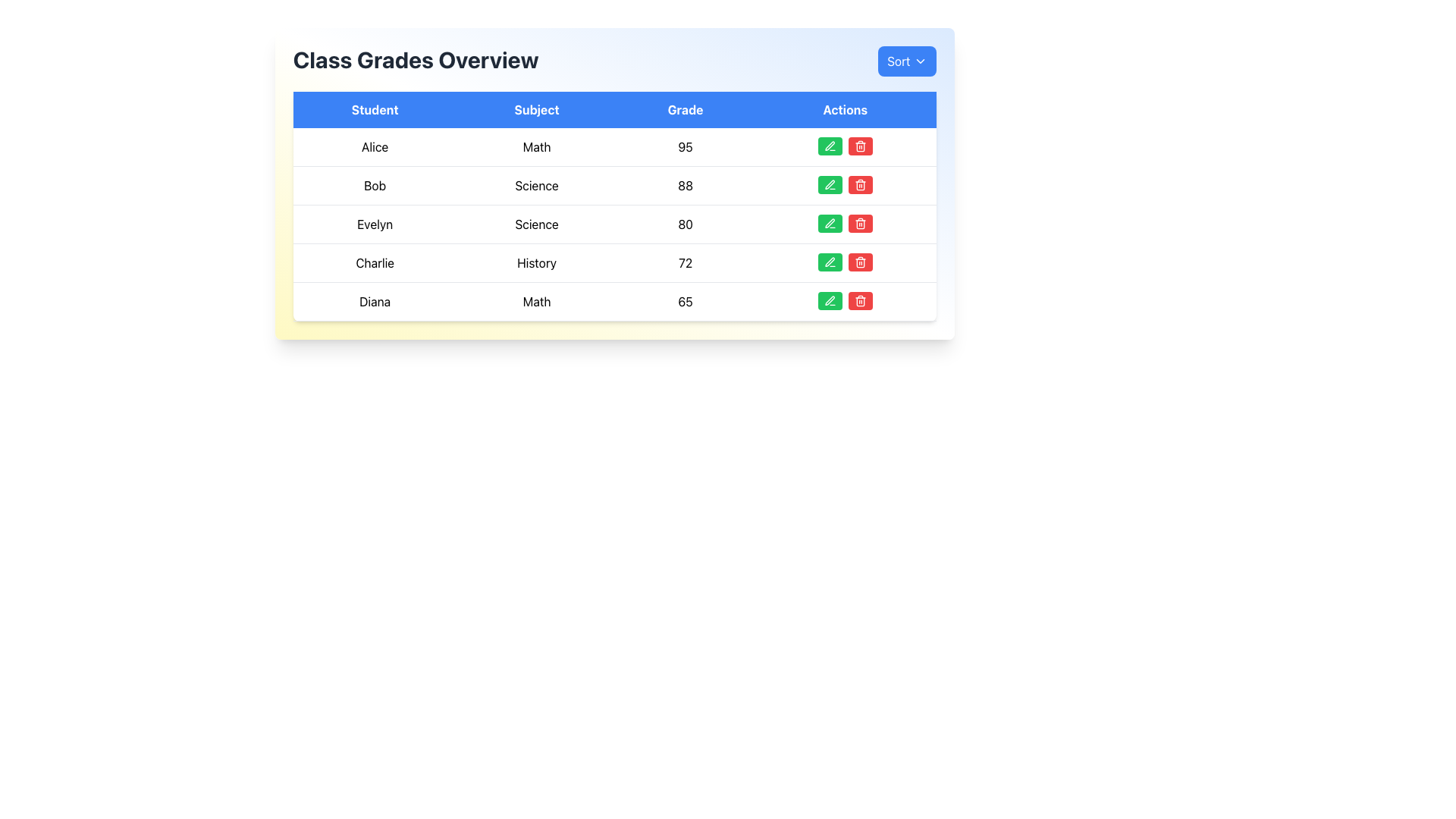 The image size is (1456, 819). I want to click on the green rounded rectangular button with a pen-like icon located in the third row of the 'Actions' column of the table, so click(829, 223).